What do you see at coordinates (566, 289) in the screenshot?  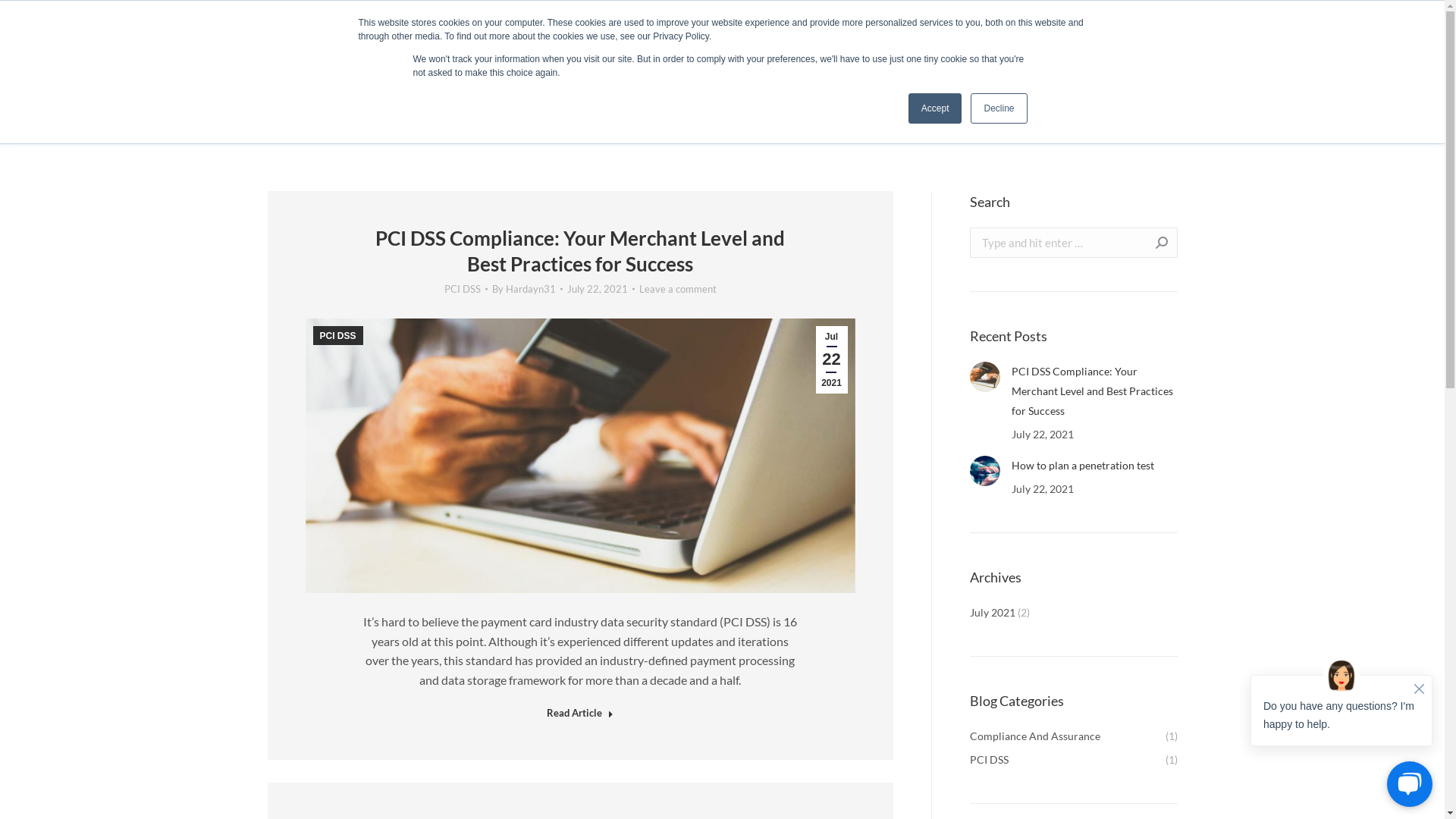 I see `'July 22, 2021'` at bounding box center [566, 289].